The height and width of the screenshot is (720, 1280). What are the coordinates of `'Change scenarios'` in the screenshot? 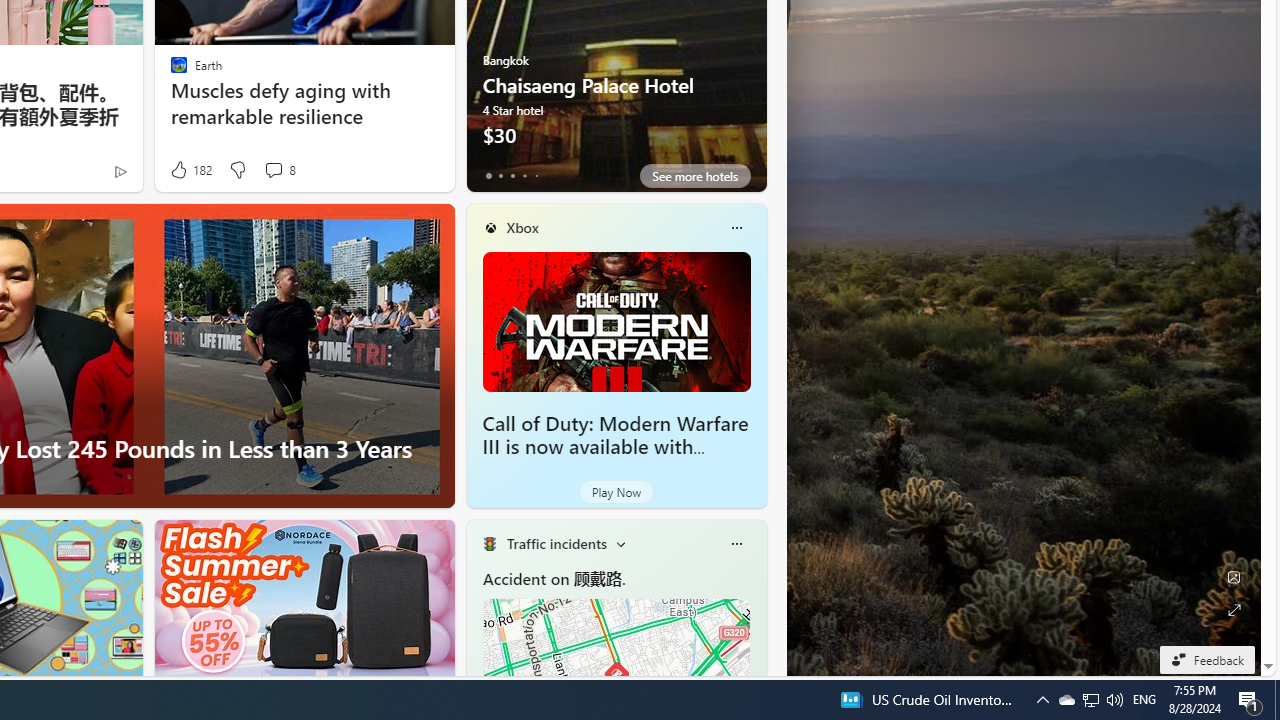 It's located at (619, 543).